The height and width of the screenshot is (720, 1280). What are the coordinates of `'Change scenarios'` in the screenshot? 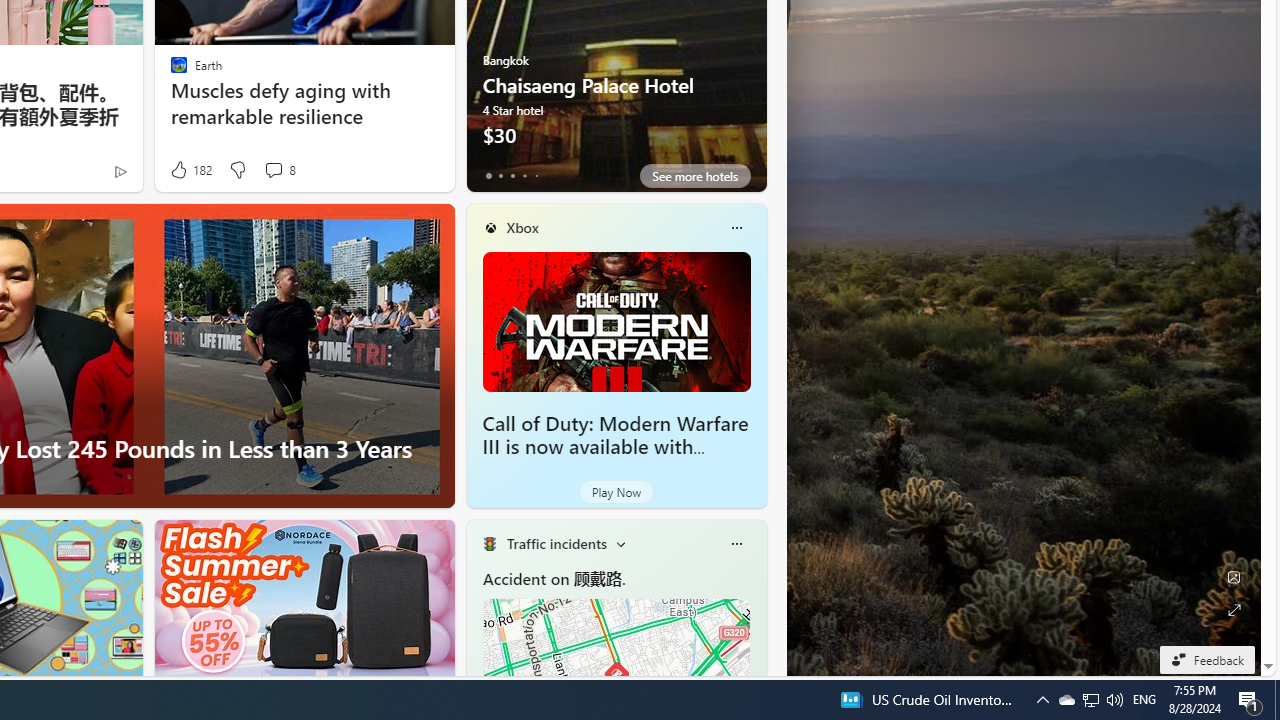 It's located at (619, 543).